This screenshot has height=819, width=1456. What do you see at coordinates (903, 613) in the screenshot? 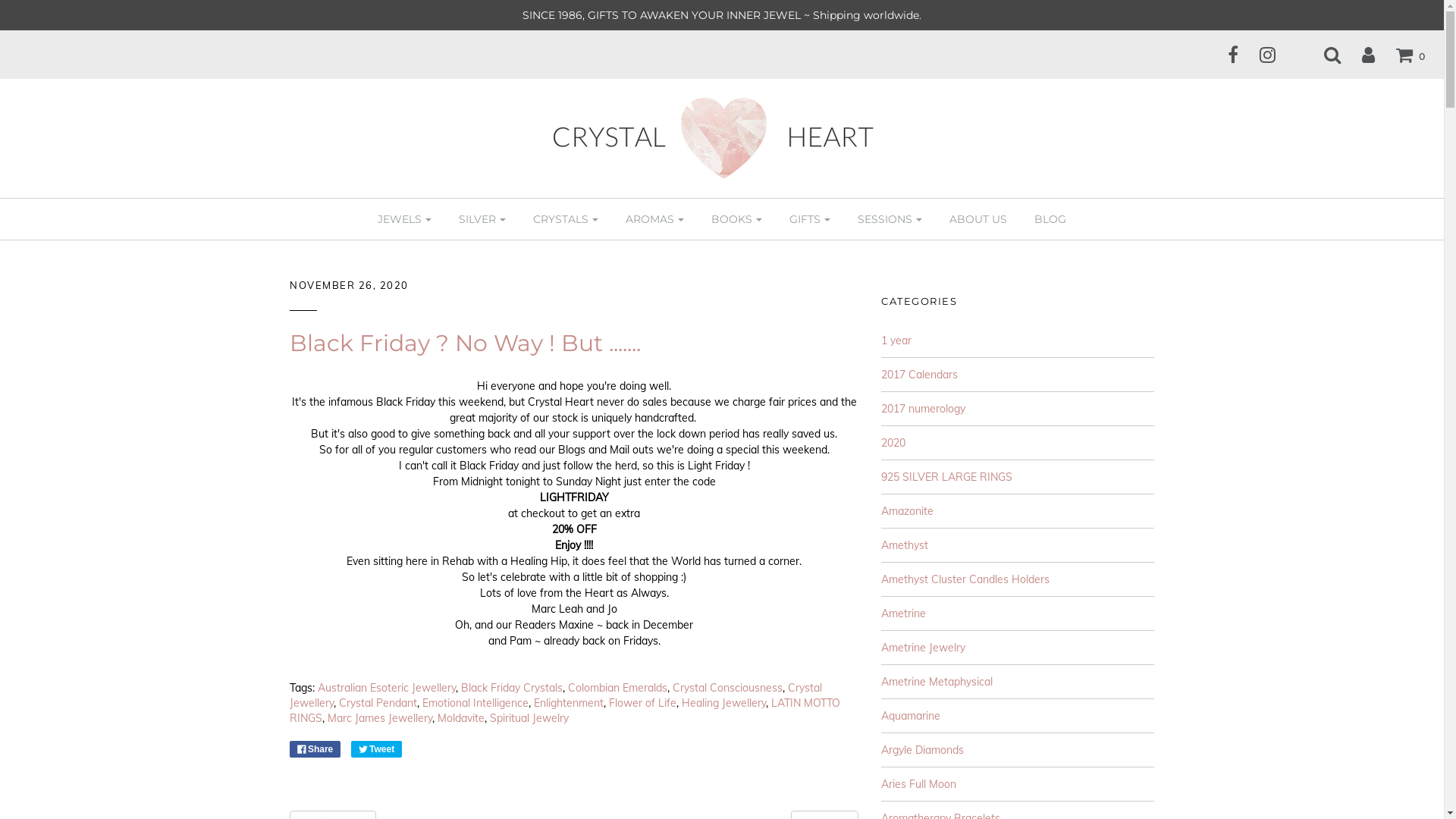
I see `'Ametrine'` at bounding box center [903, 613].